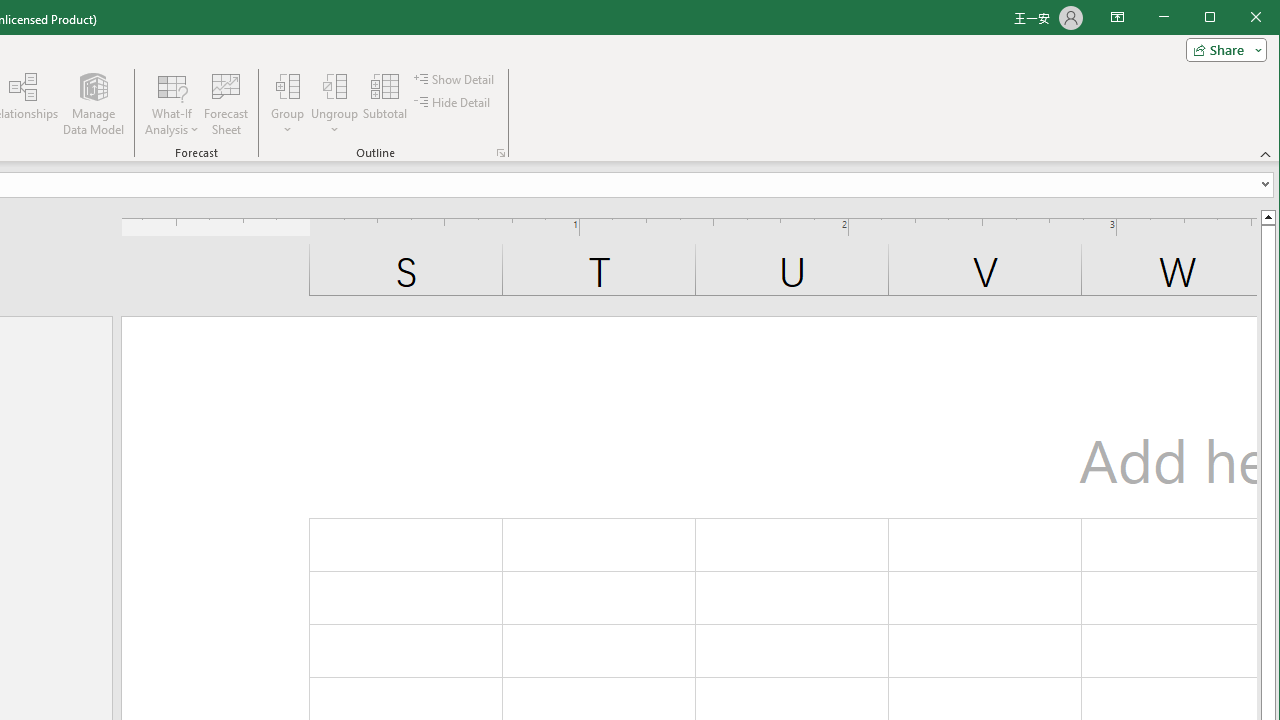 The height and width of the screenshot is (720, 1280). I want to click on 'Line up', so click(1267, 216).